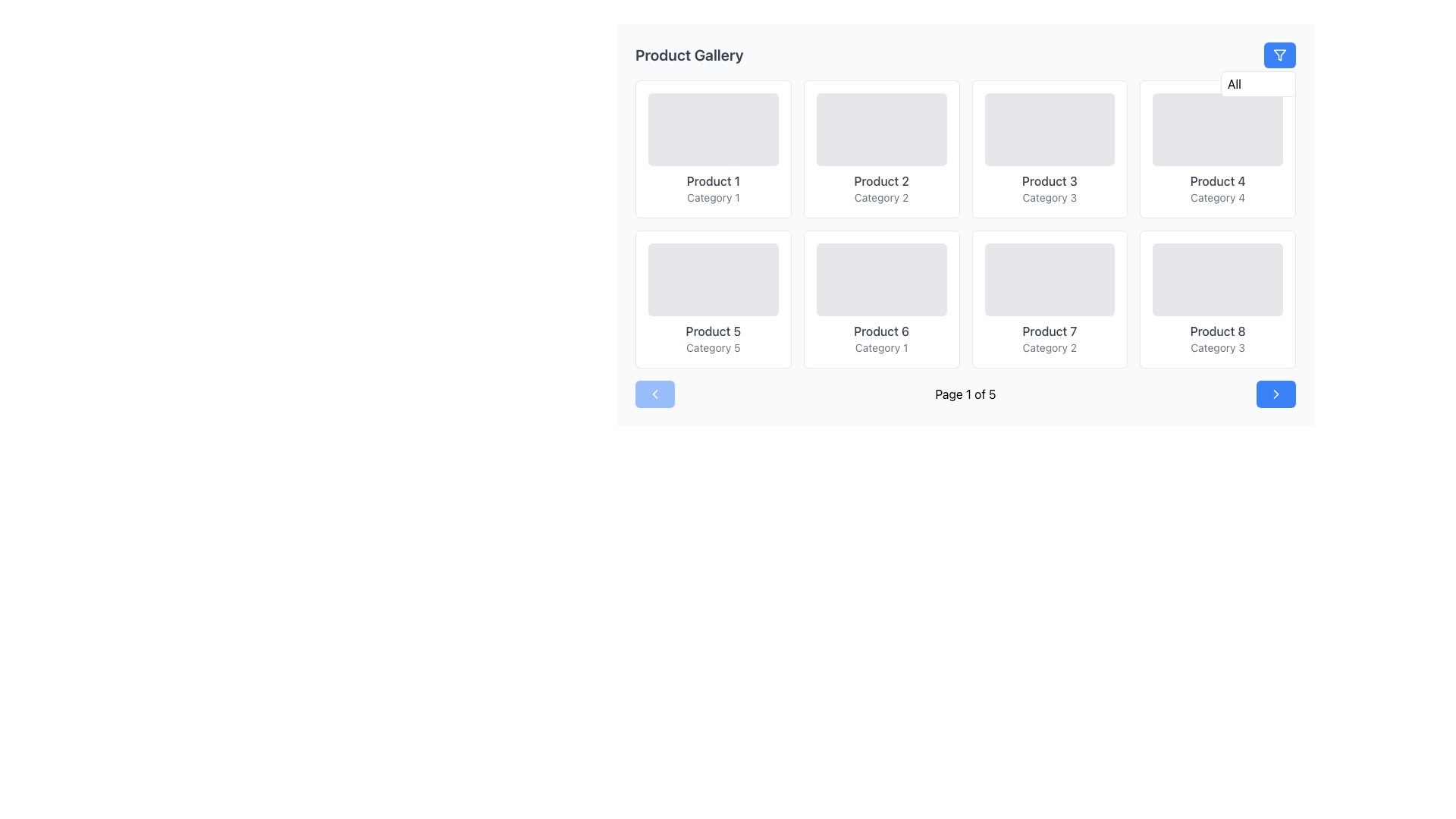 The height and width of the screenshot is (819, 1456). Describe the element at coordinates (1049, 180) in the screenshot. I see `text label displaying 'Product 3', which is located inside the third card in the first row of the grid layout` at that location.